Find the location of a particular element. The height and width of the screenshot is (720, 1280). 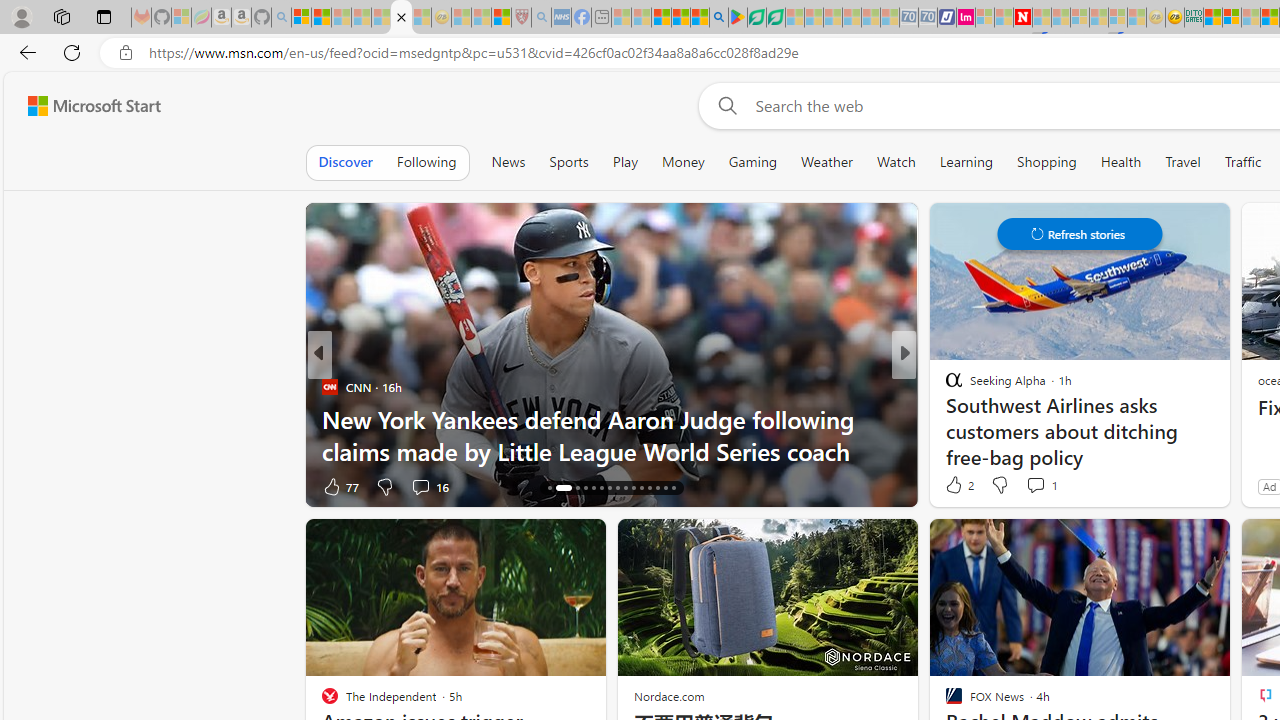

'71 Like' is located at coordinates (955, 486).